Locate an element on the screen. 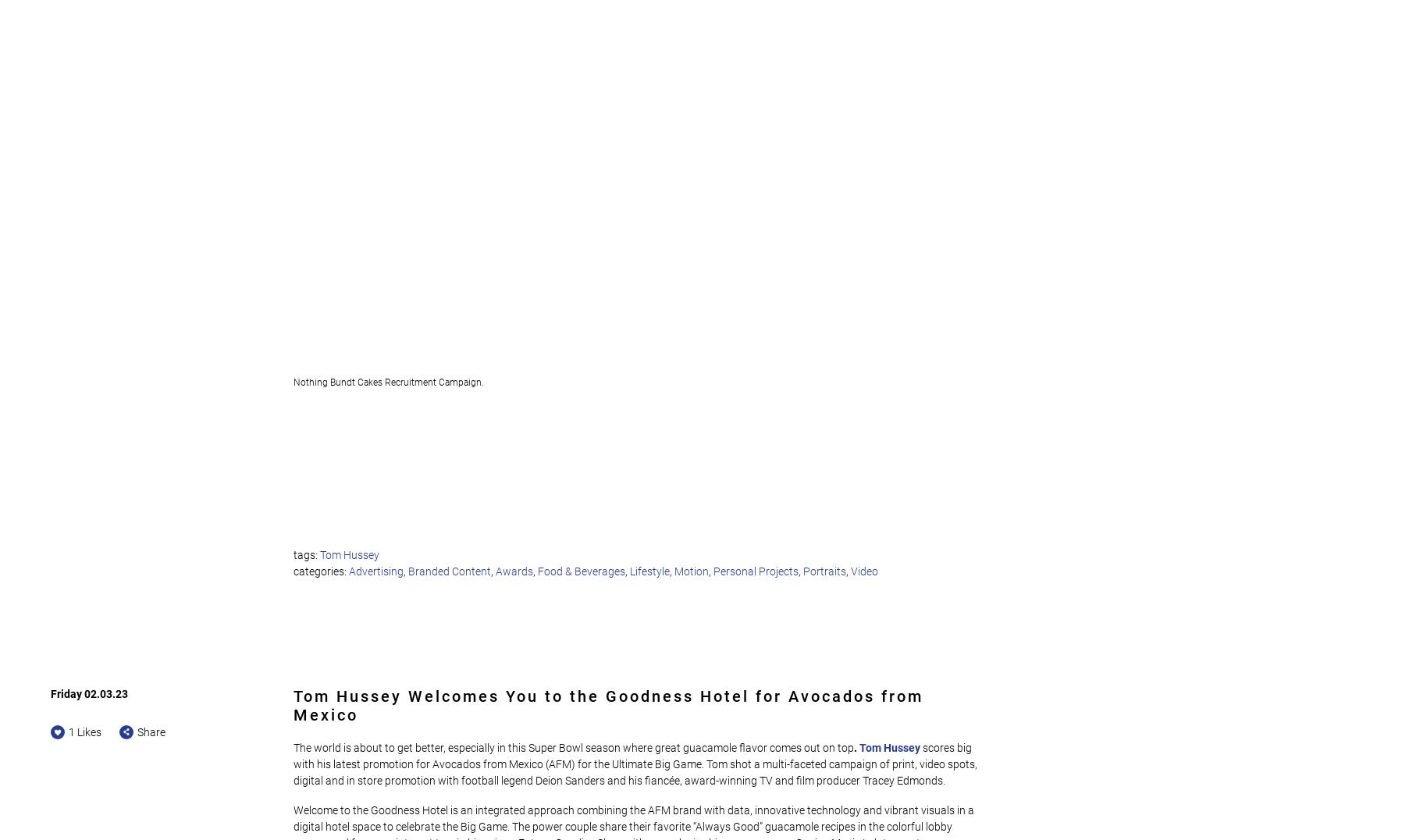 This screenshot has width=1409, height=840. 'categories:' is located at coordinates (293, 570).